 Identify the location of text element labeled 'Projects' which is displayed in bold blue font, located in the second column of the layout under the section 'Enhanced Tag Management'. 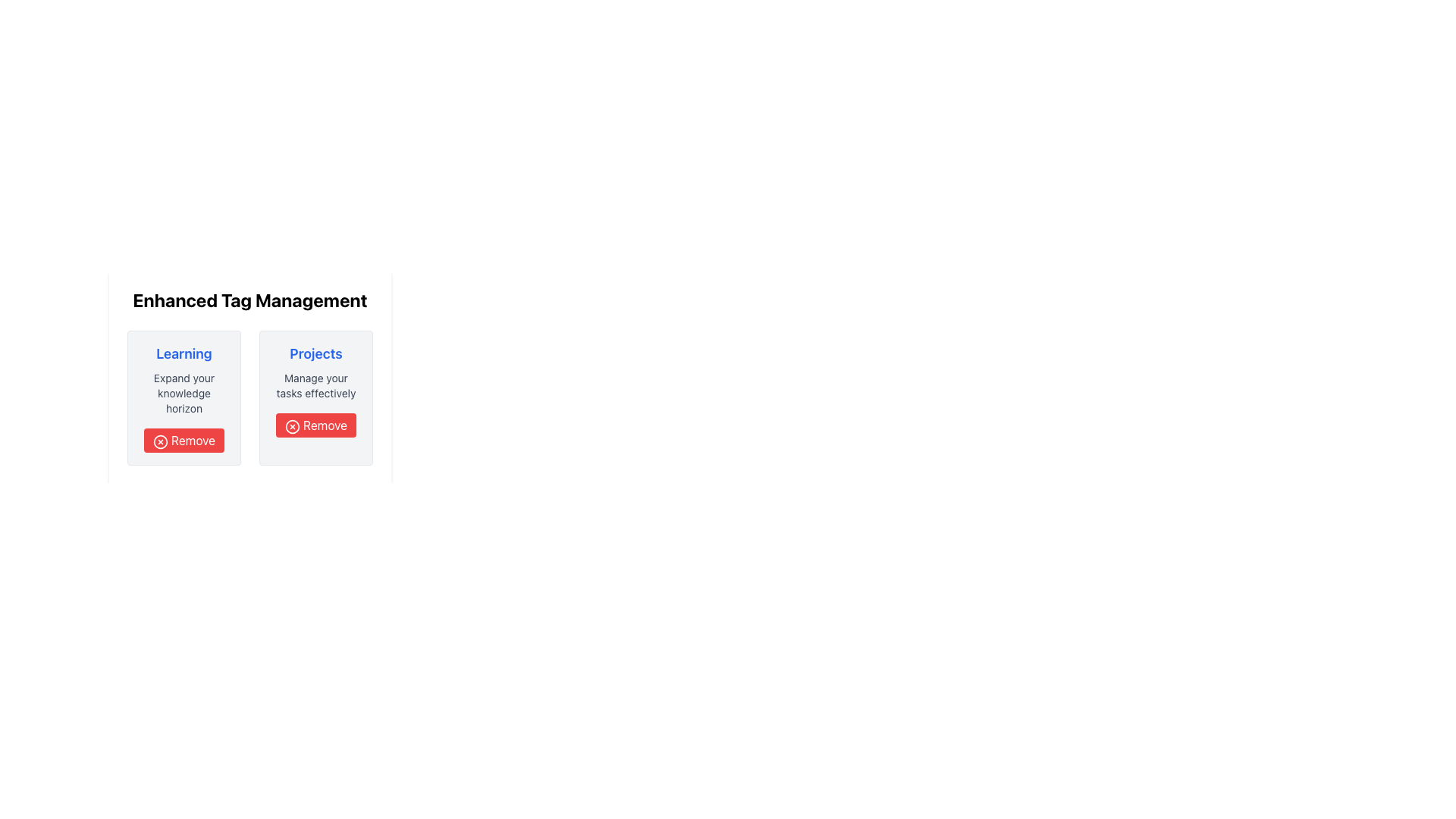
(315, 353).